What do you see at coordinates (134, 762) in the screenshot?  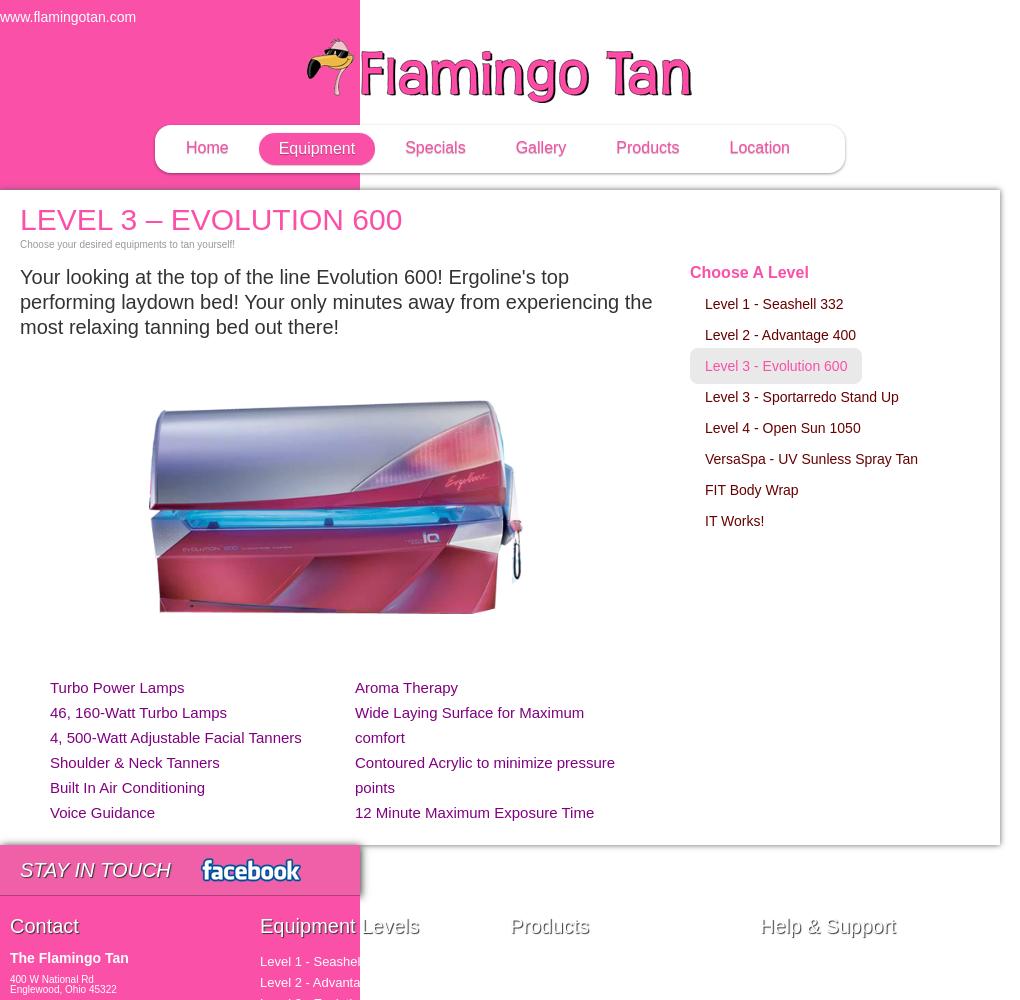 I see `'Shoulder & Neck Tanners'` at bounding box center [134, 762].